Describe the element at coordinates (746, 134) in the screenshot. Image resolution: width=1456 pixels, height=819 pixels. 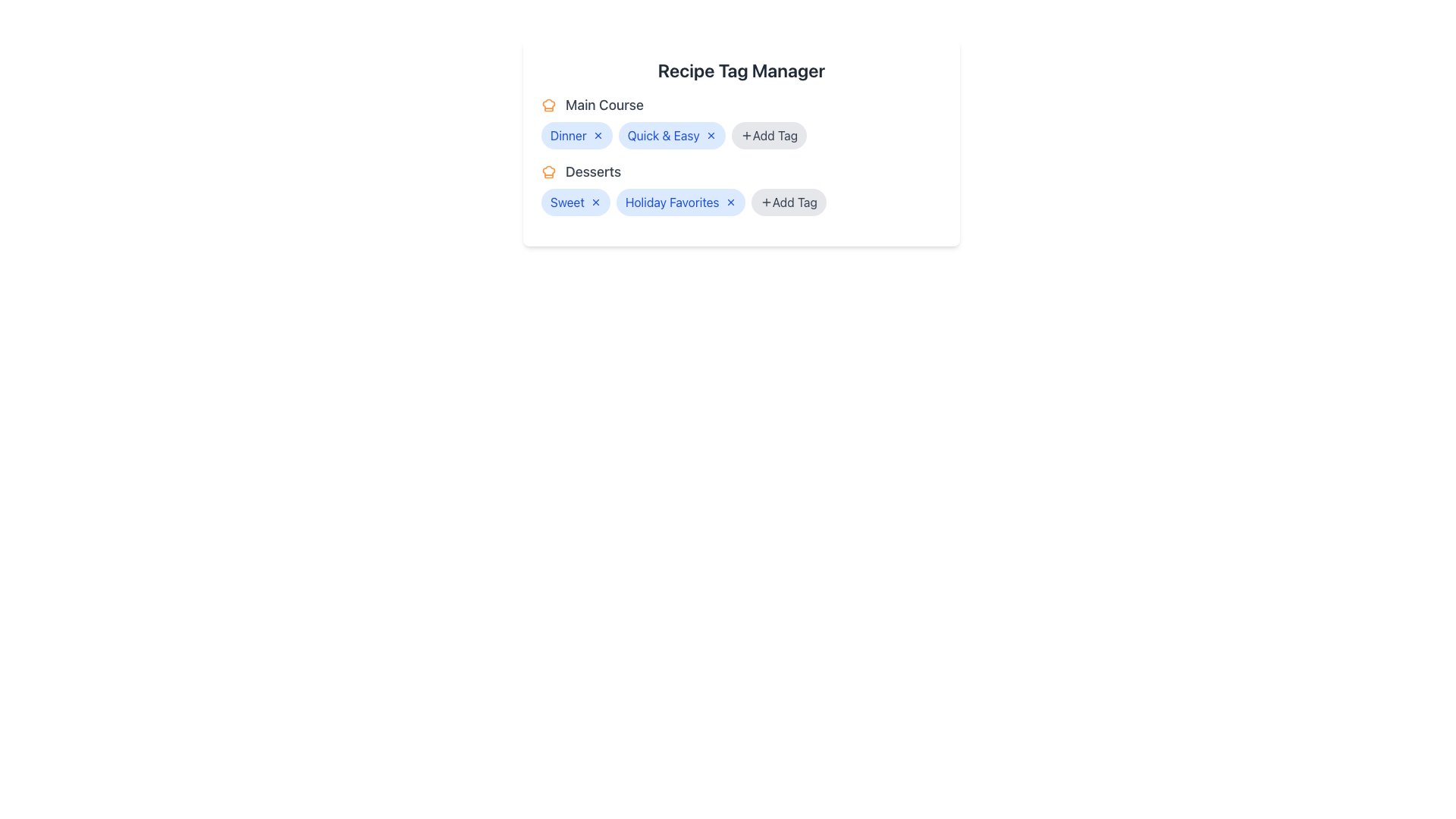
I see `the '+' icon within the 'Add Tag' button` at that location.